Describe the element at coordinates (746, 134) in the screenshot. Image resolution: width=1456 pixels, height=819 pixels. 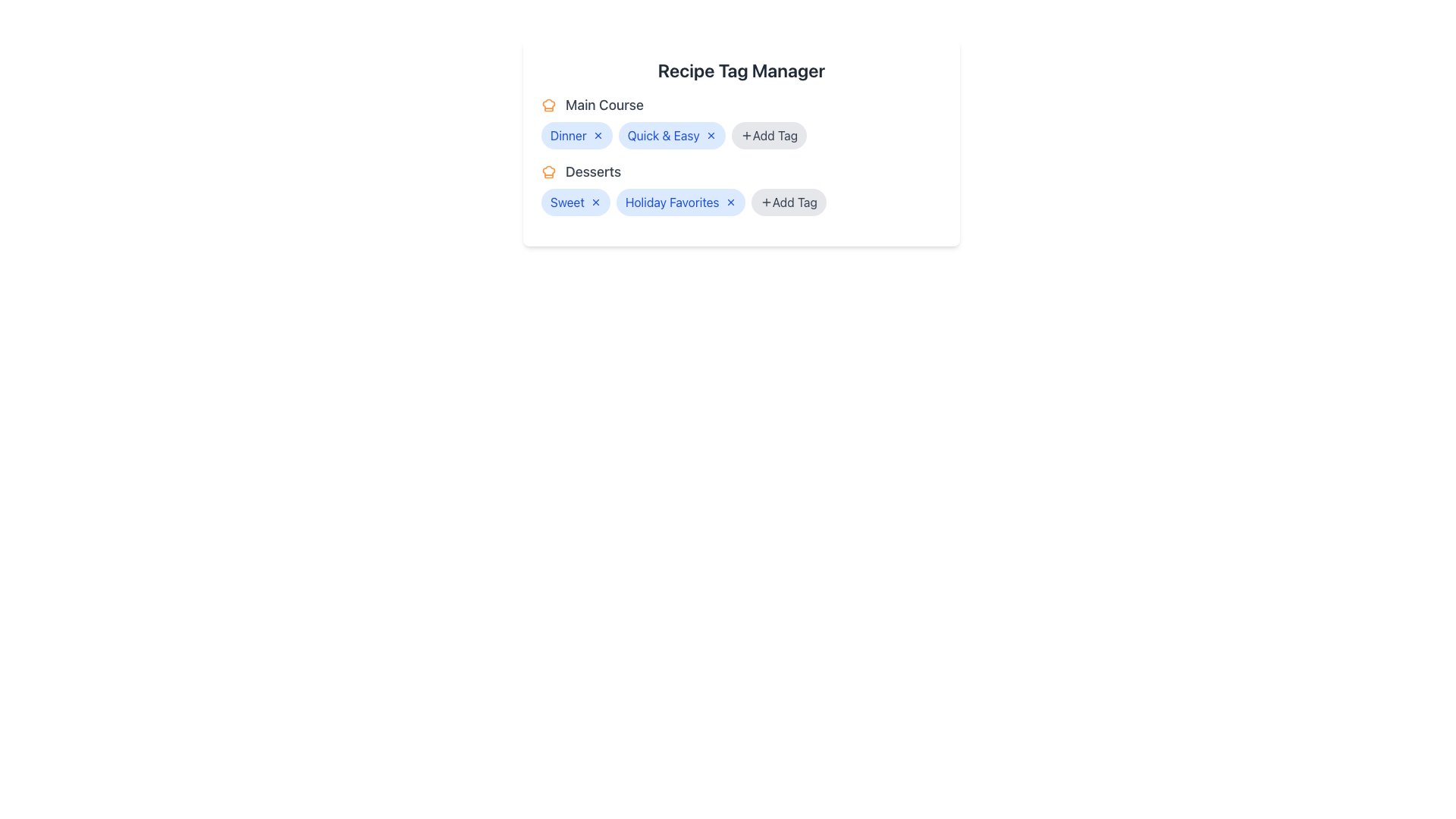
I see `the '+' icon within the 'Add Tag' button` at that location.